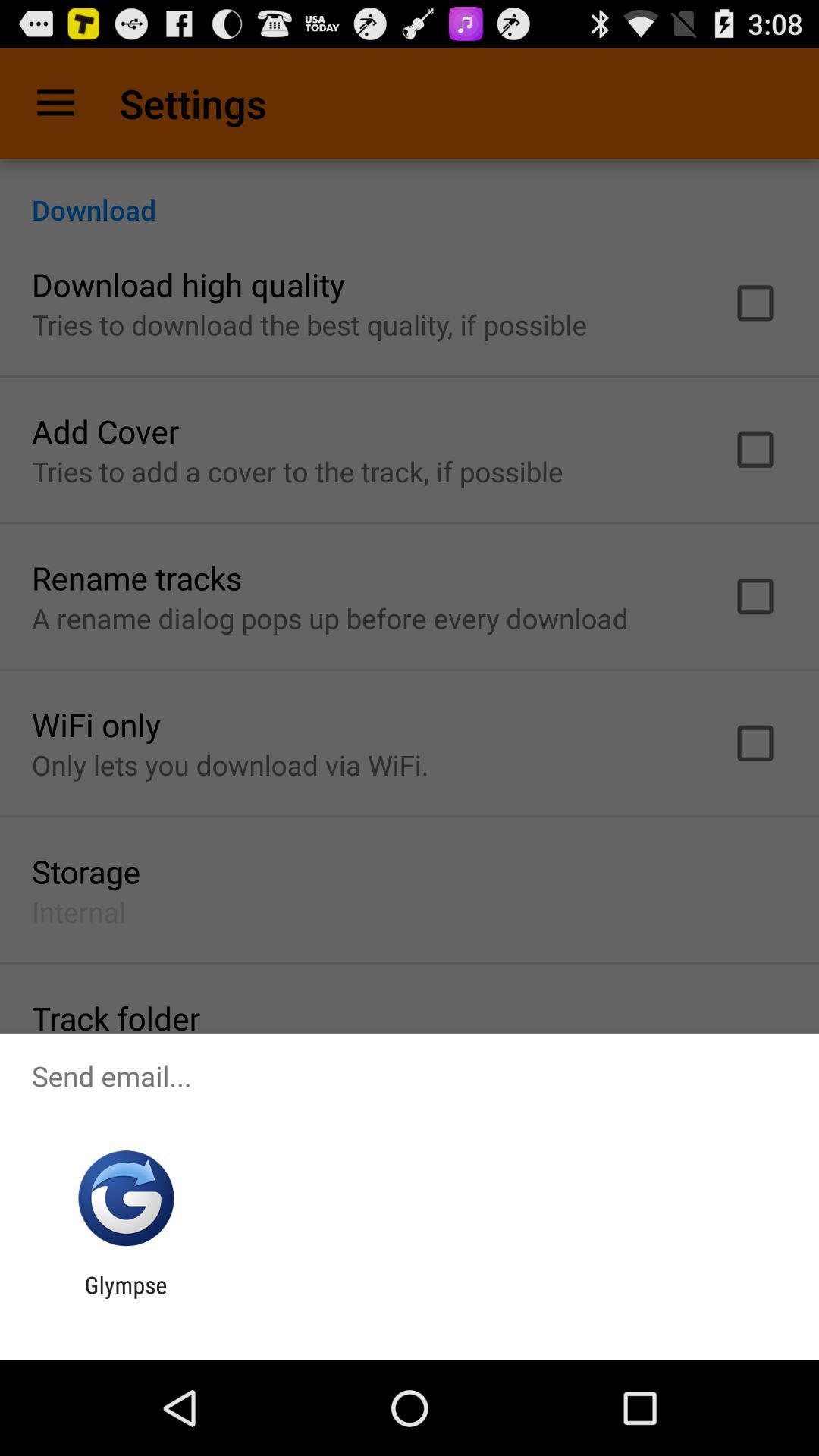 The width and height of the screenshot is (819, 1456). I want to click on the glympse icon, so click(125, 1298).